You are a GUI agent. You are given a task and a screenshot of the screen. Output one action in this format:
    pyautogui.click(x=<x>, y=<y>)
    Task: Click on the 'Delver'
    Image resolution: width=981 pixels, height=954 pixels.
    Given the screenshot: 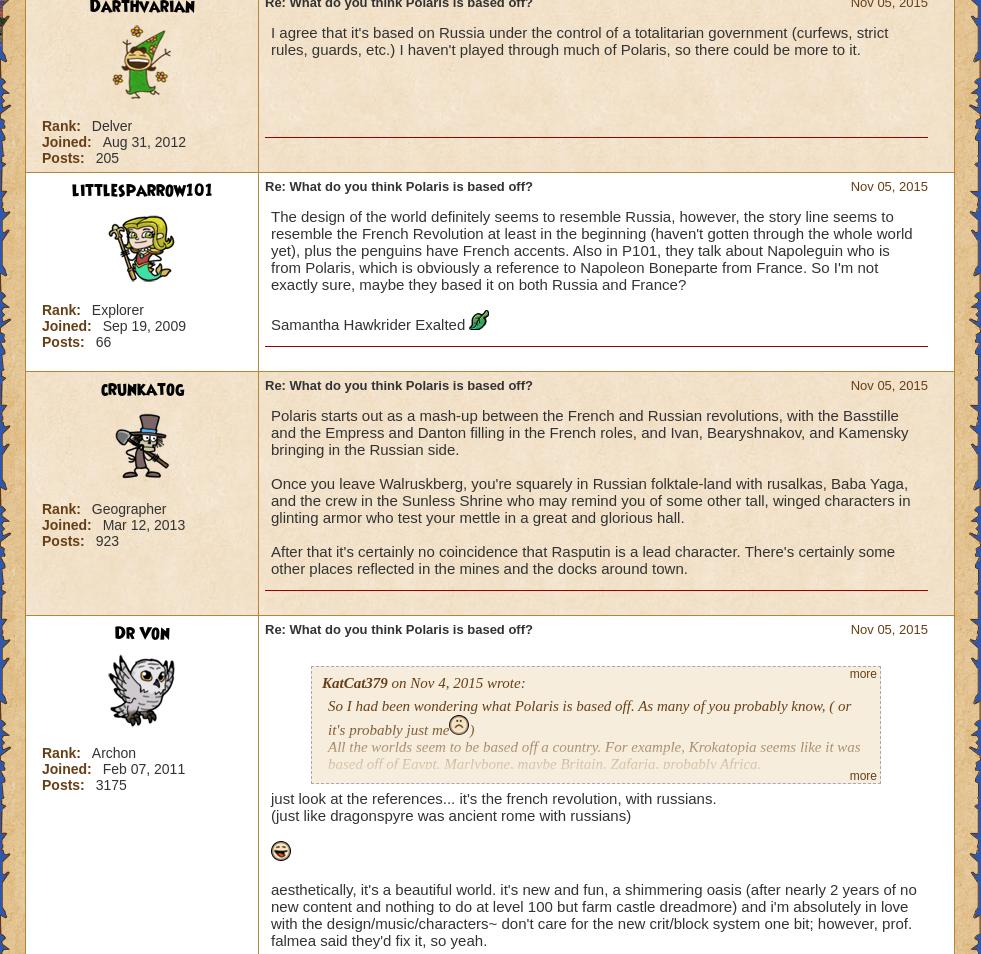 What is the action you would take?
    pyautogui.click(x=110, y=125)
    